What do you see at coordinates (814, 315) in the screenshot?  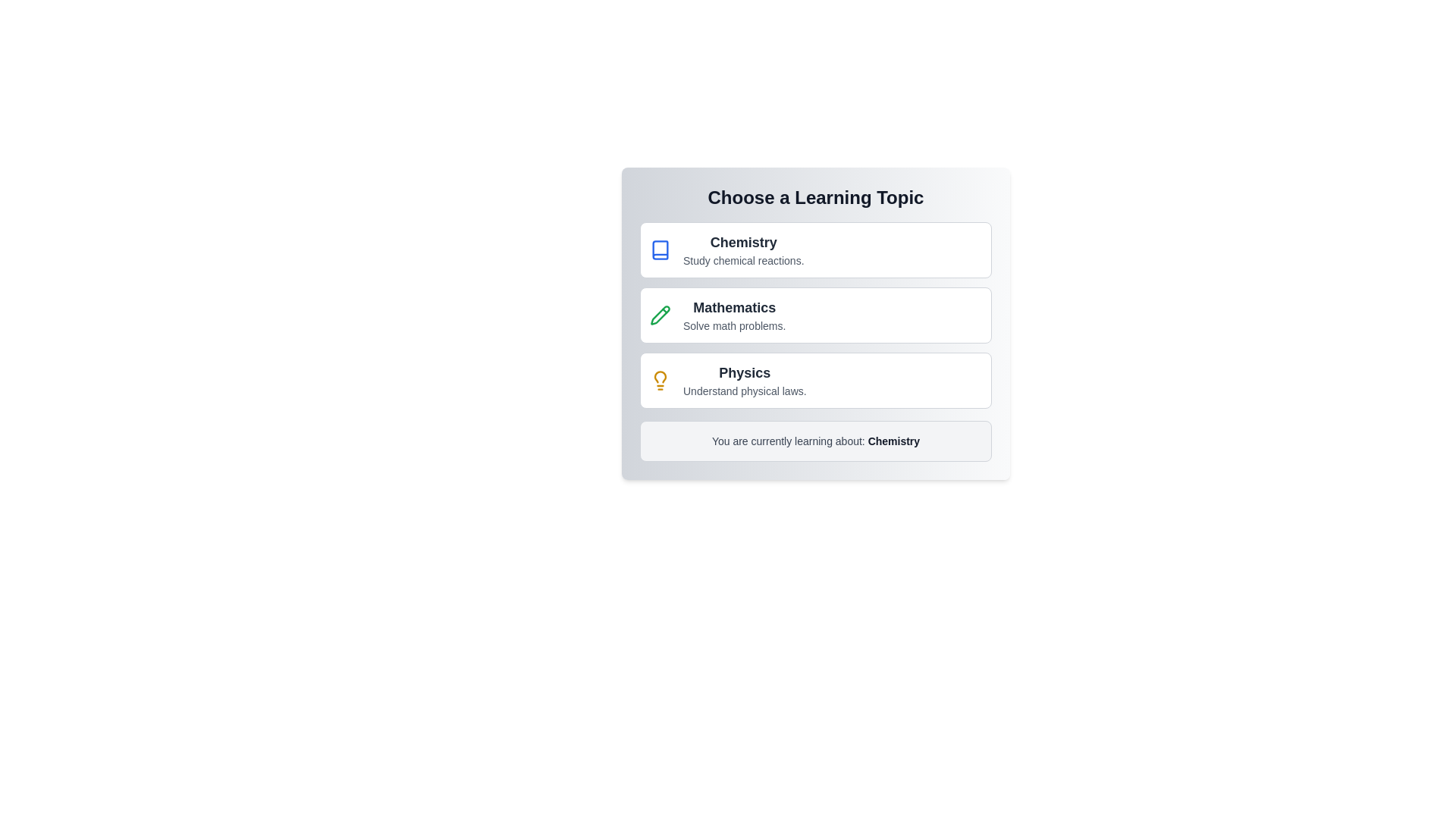 I see `the 'Mathematics' button, which is the second option in a list of three vertically arranged topic cards` at bounding box center [814, 315].